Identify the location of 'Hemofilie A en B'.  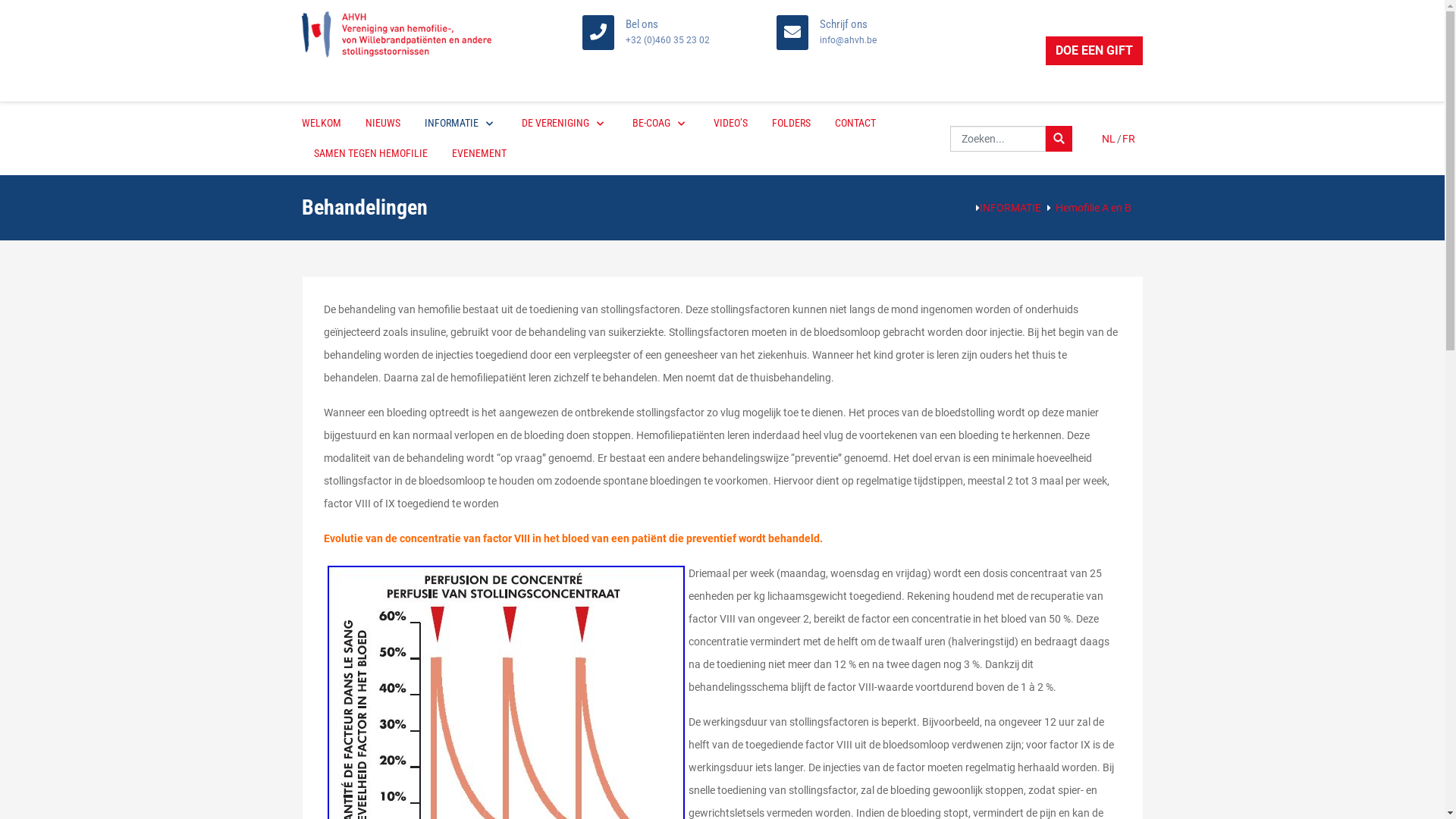
(1093, 207).